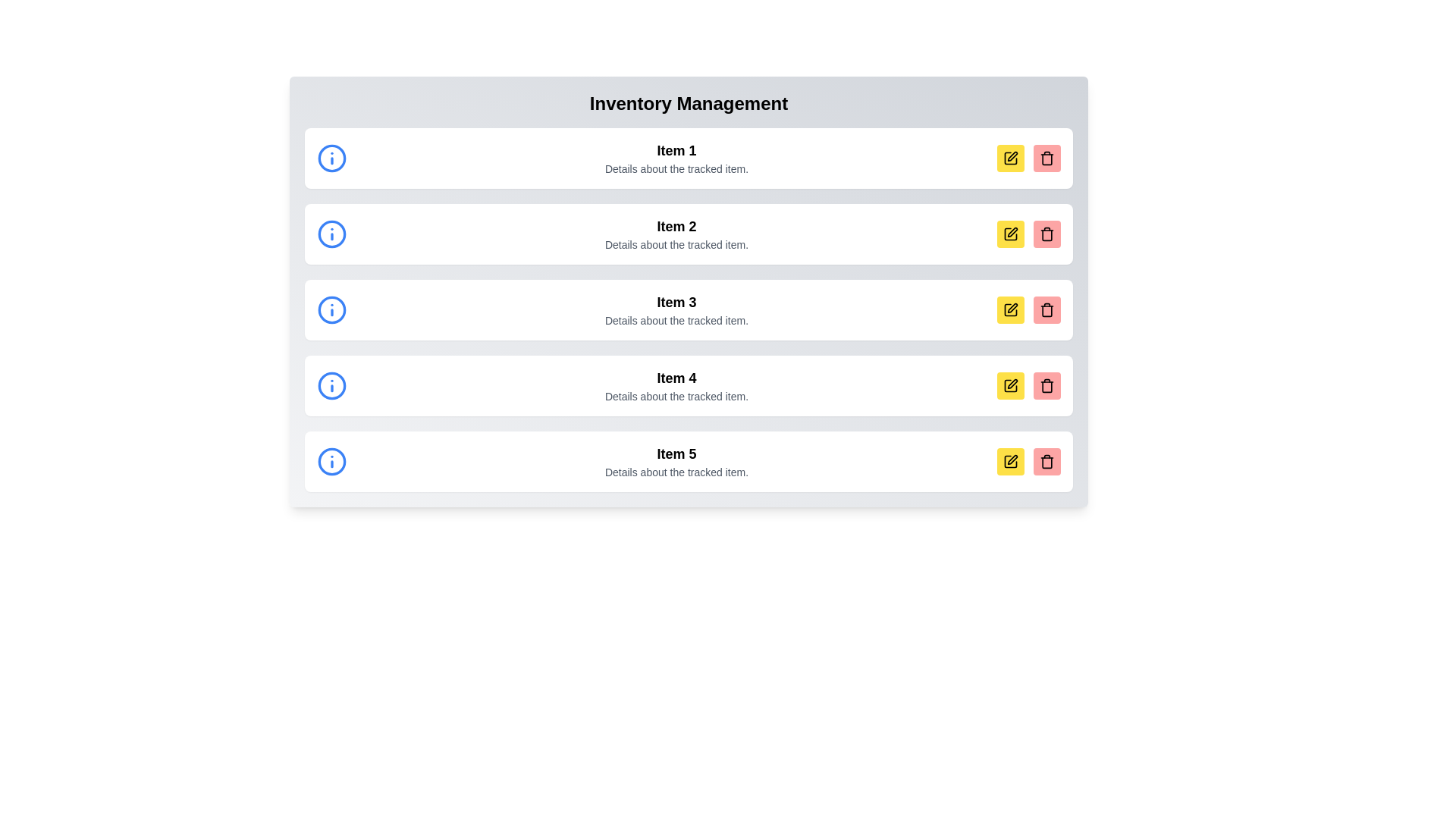  Describe the element at coordinates (676, 385) in the screenshot. I see `the List item titled 'Item 4'` at that location.